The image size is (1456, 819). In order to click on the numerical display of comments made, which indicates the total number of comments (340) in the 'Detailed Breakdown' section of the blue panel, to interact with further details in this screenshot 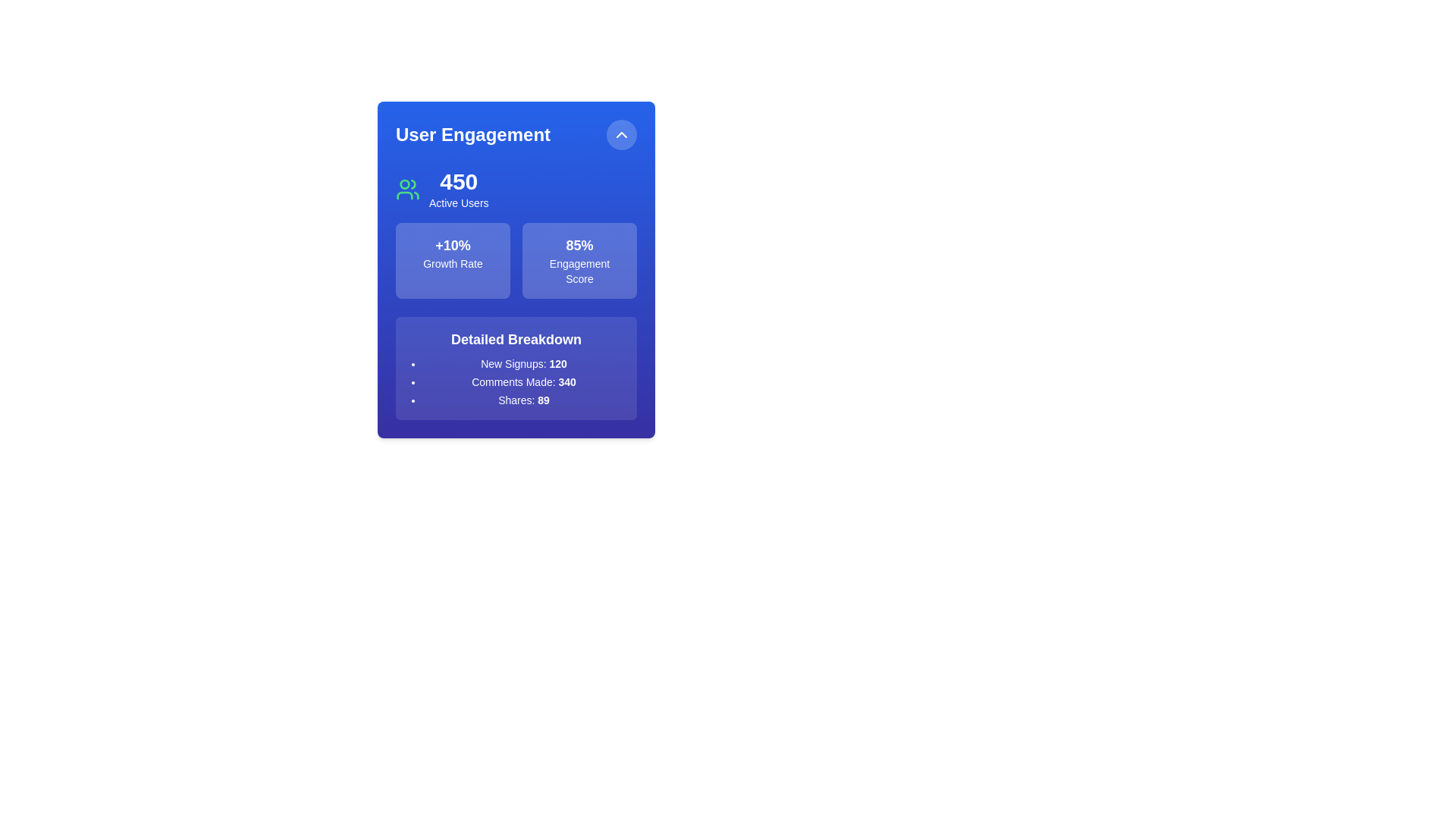, I will do `click(566, 381)`.